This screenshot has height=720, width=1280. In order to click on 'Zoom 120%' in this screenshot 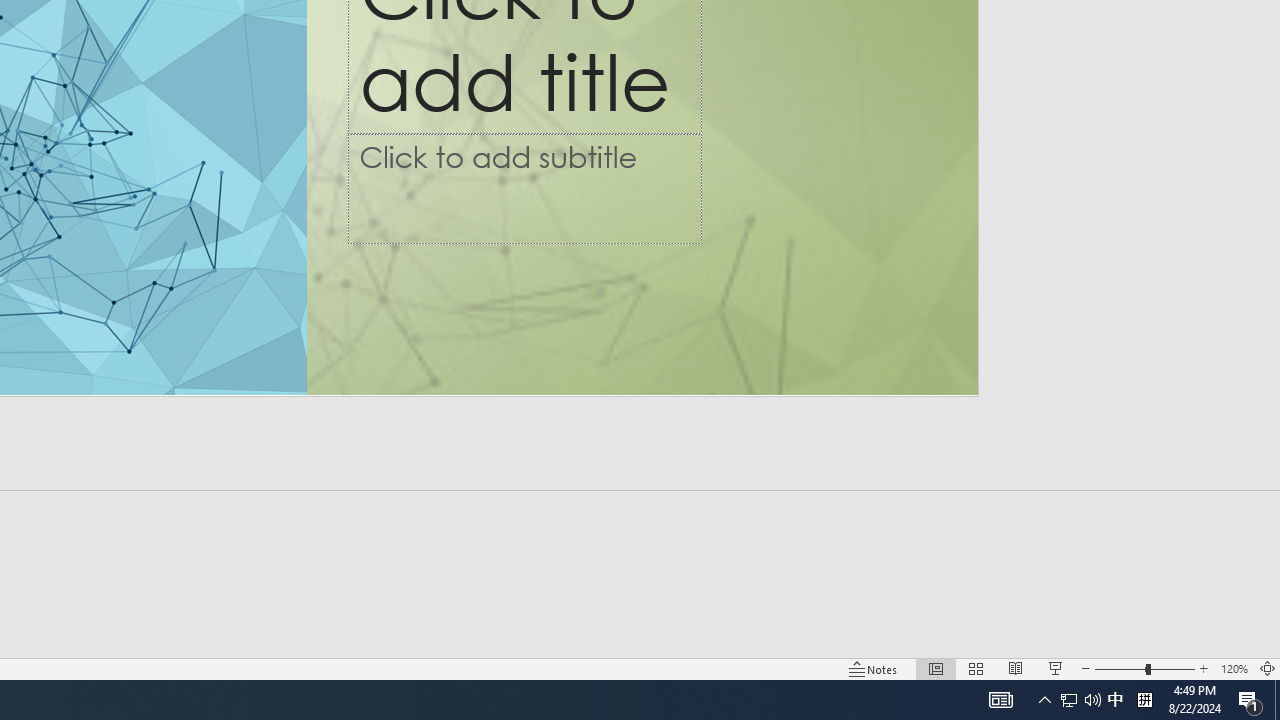, I will do `click(1233, 669)`.